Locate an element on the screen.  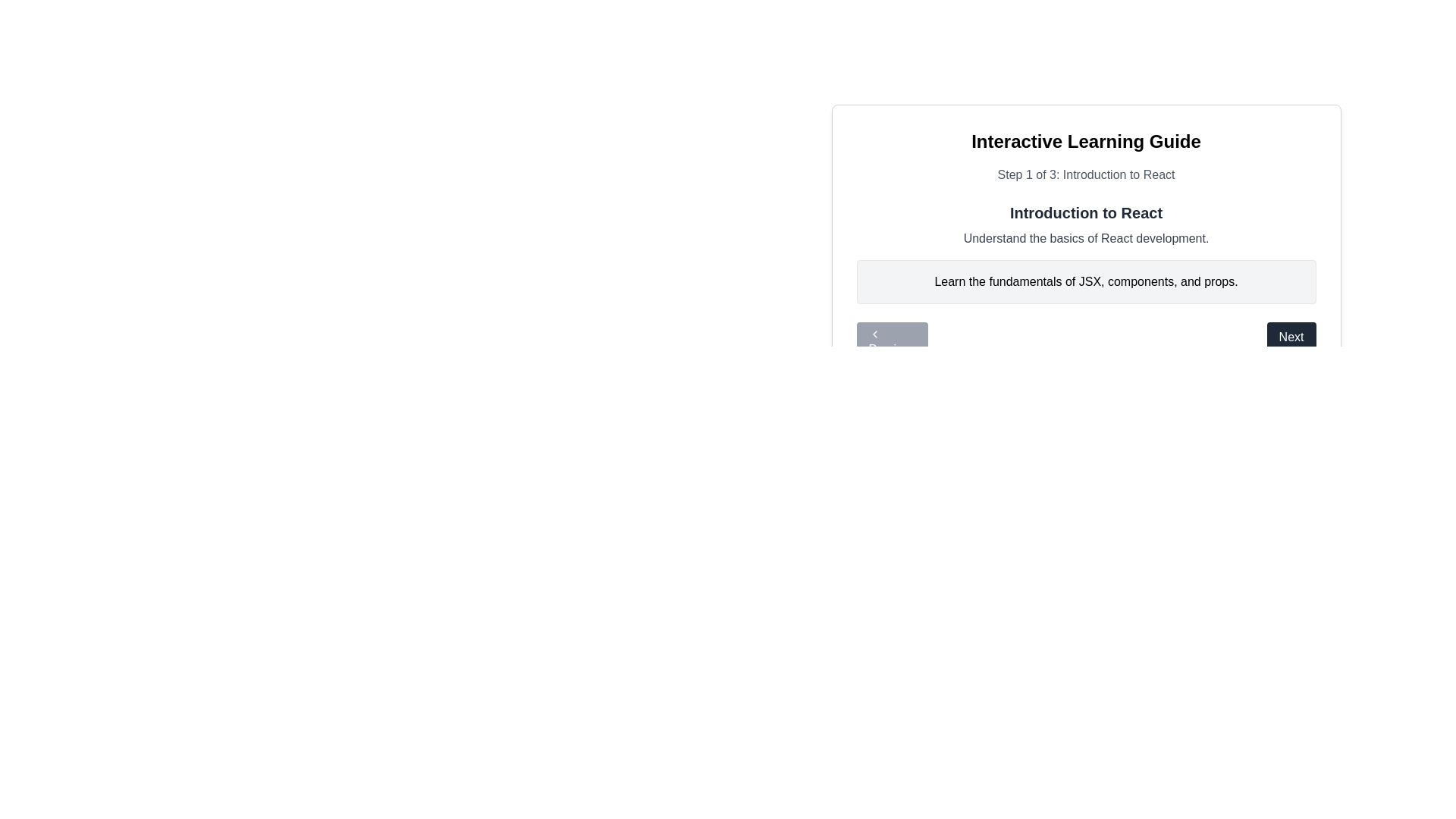
the content of the 'Previous' button which contains a leftward-facing chevron icon, located at the bottom-left portion of the card interface is located at coordinates (874, 333).